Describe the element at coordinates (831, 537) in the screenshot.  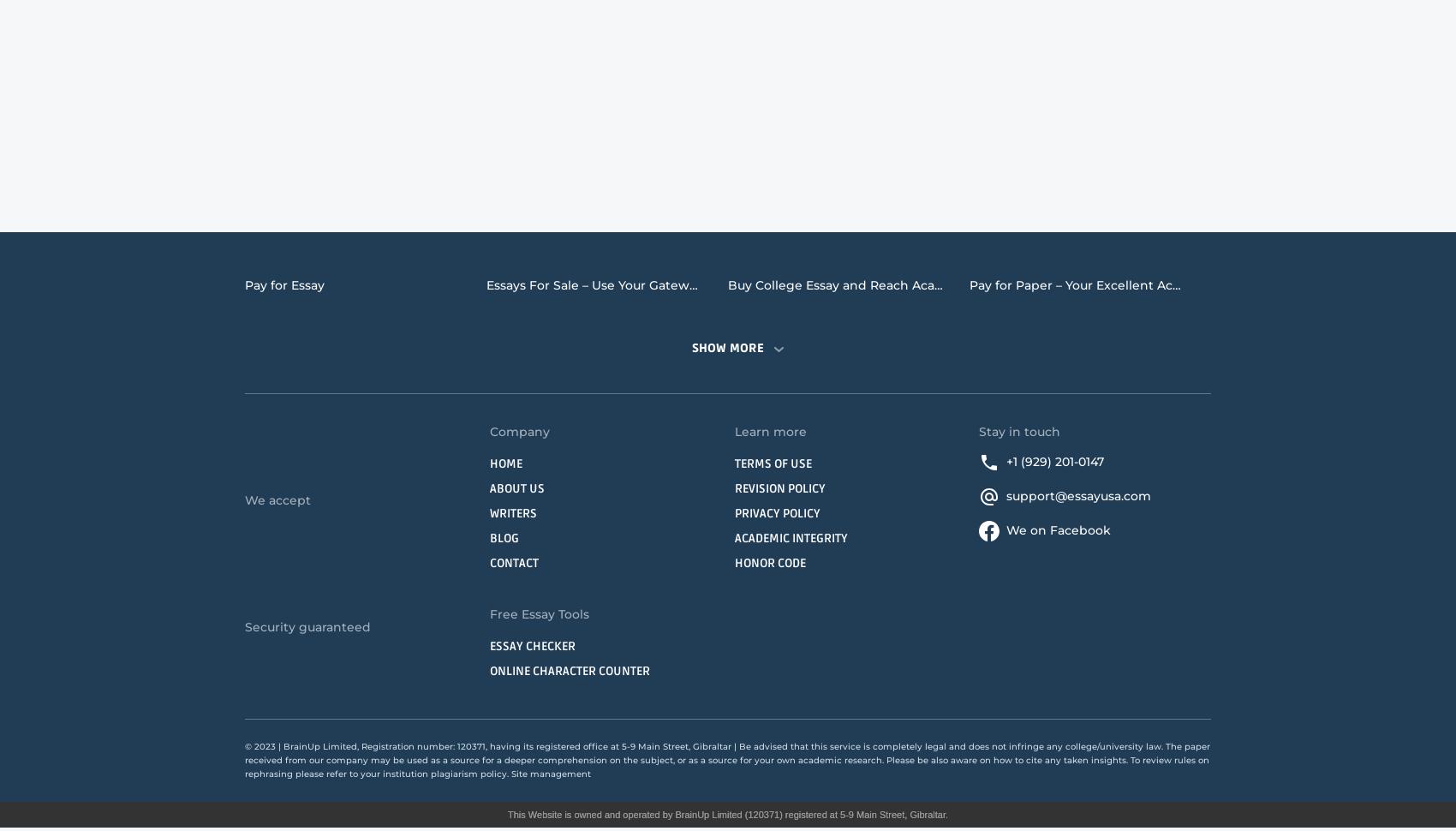
I see `'Psychology Essay Writing Service'` at that location.